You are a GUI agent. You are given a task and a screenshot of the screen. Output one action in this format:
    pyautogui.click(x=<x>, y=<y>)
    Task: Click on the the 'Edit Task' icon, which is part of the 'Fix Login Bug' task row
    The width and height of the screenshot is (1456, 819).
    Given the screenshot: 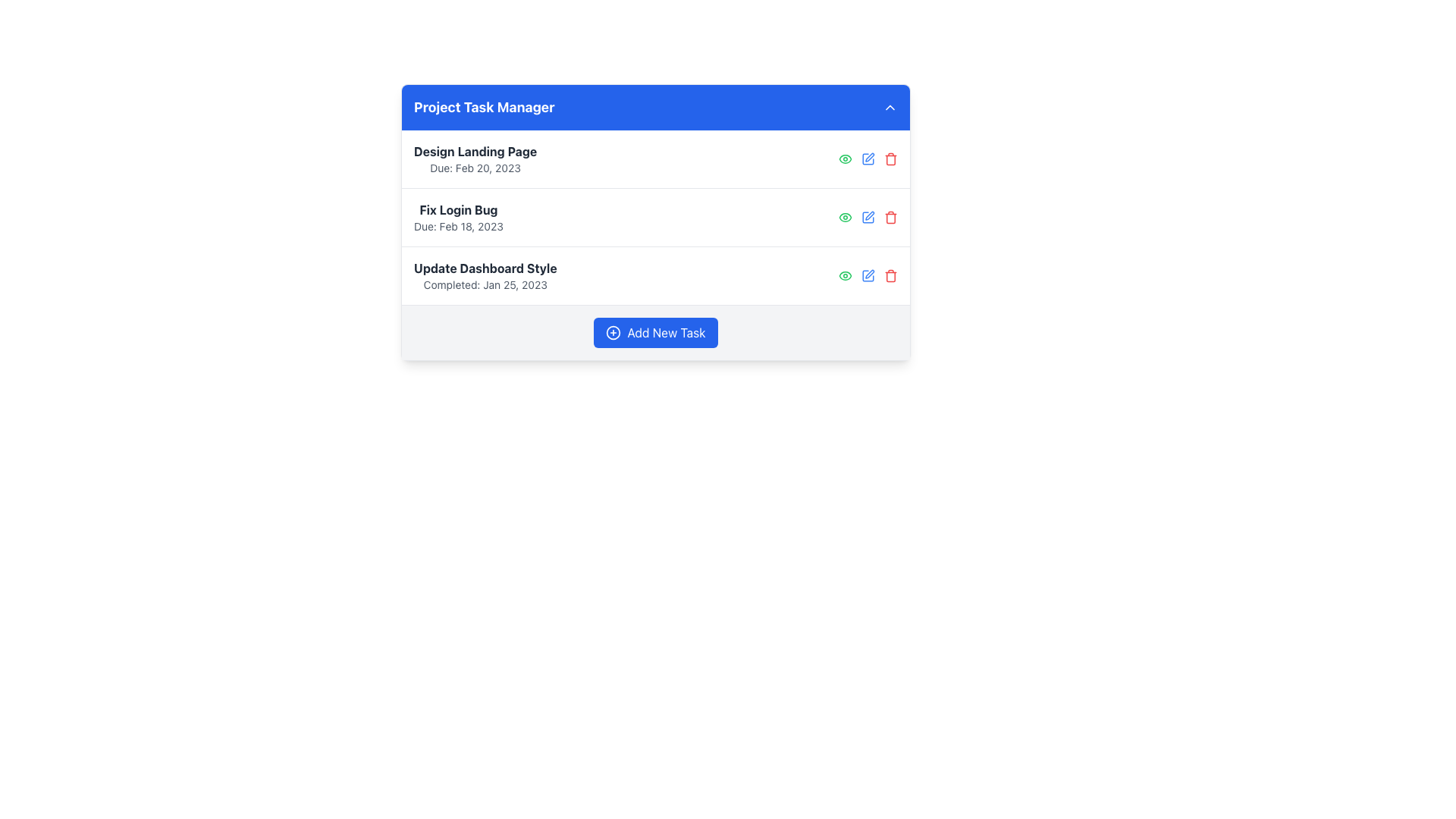 What is the action you would take?
    pyautogui.click(x=868, y=275)
    